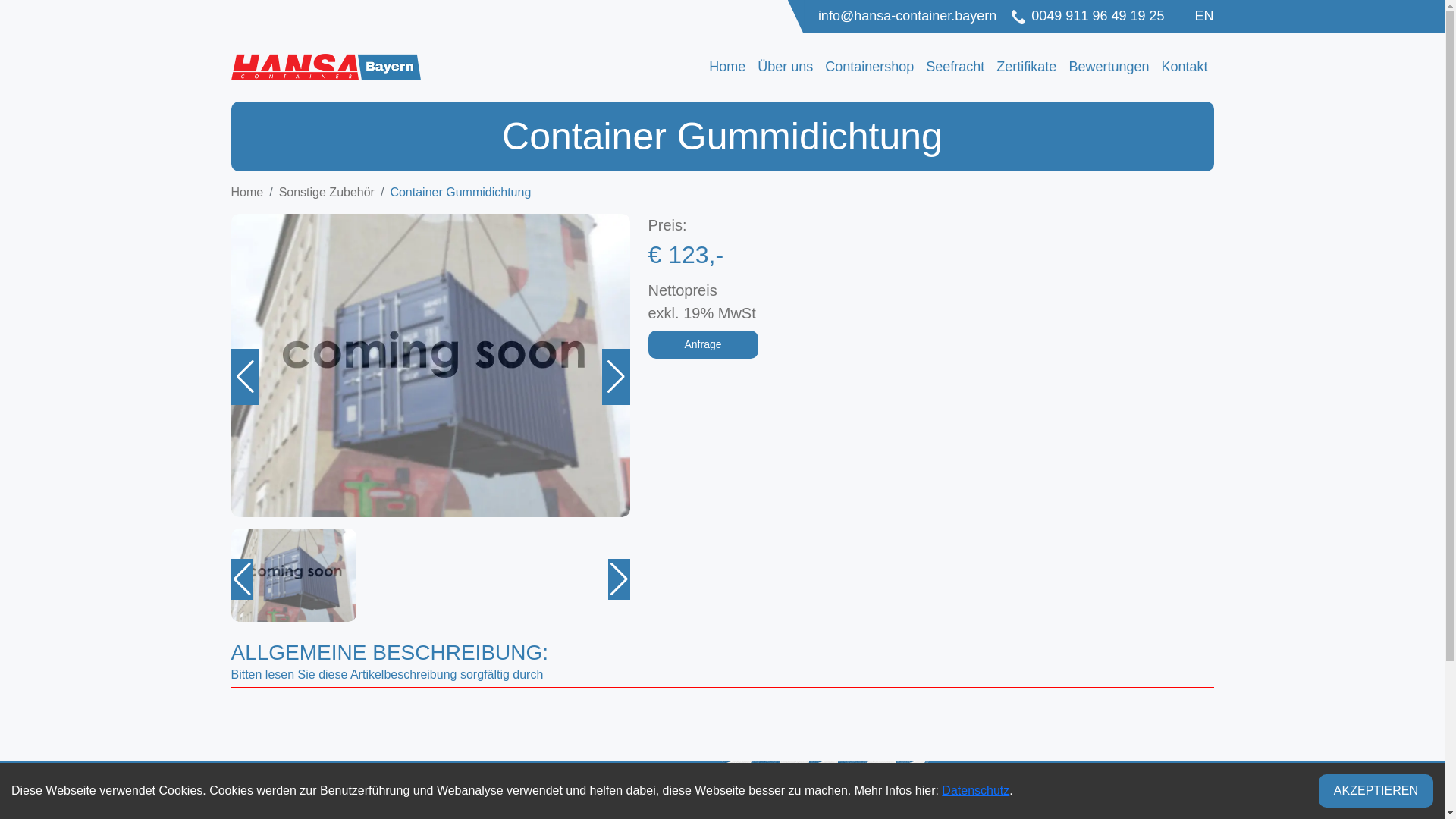  What do you see at coordinates (1087, 16) in the screenshot?
I see `'0049 911 96 49 19 25'` at bounding box center [1087, 16].